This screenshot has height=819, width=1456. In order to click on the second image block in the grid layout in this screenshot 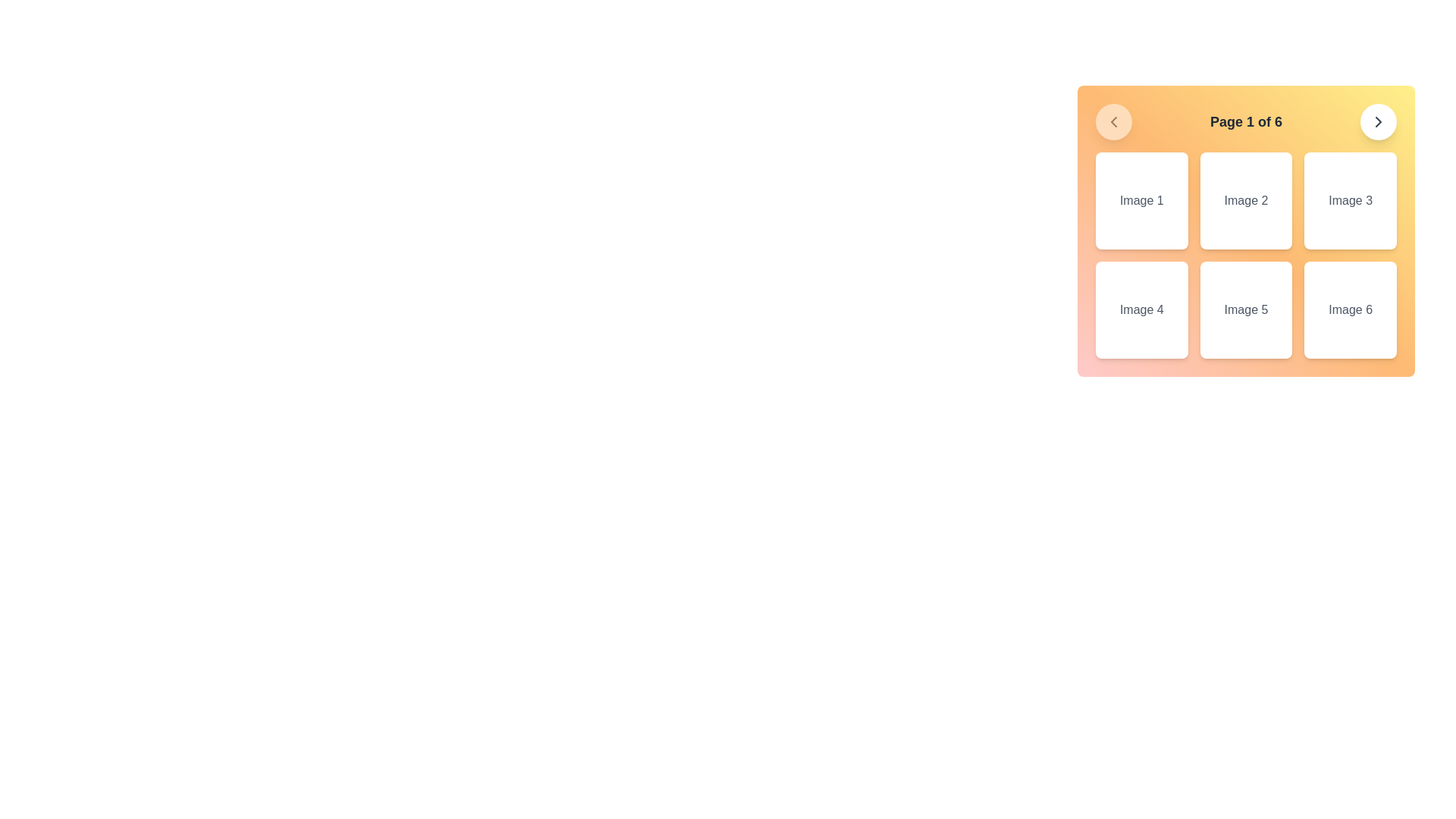, I will do `click(1246, 231)`.